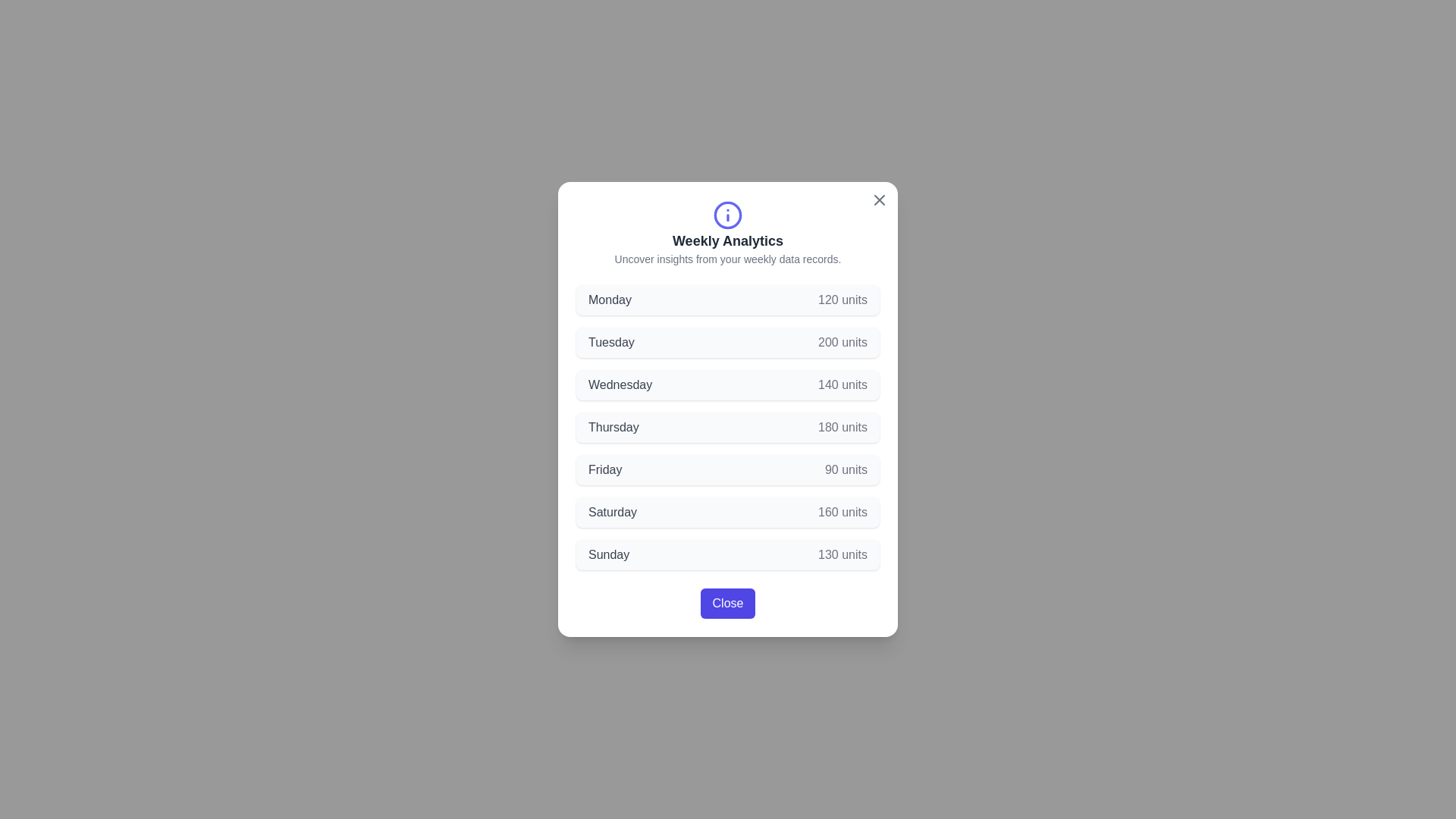 This screenshot has height=819, width=1456. Describe the element at coordinates (728, 602) in the screenshot. I see `the 'Close' button to close the dialog` at that location.